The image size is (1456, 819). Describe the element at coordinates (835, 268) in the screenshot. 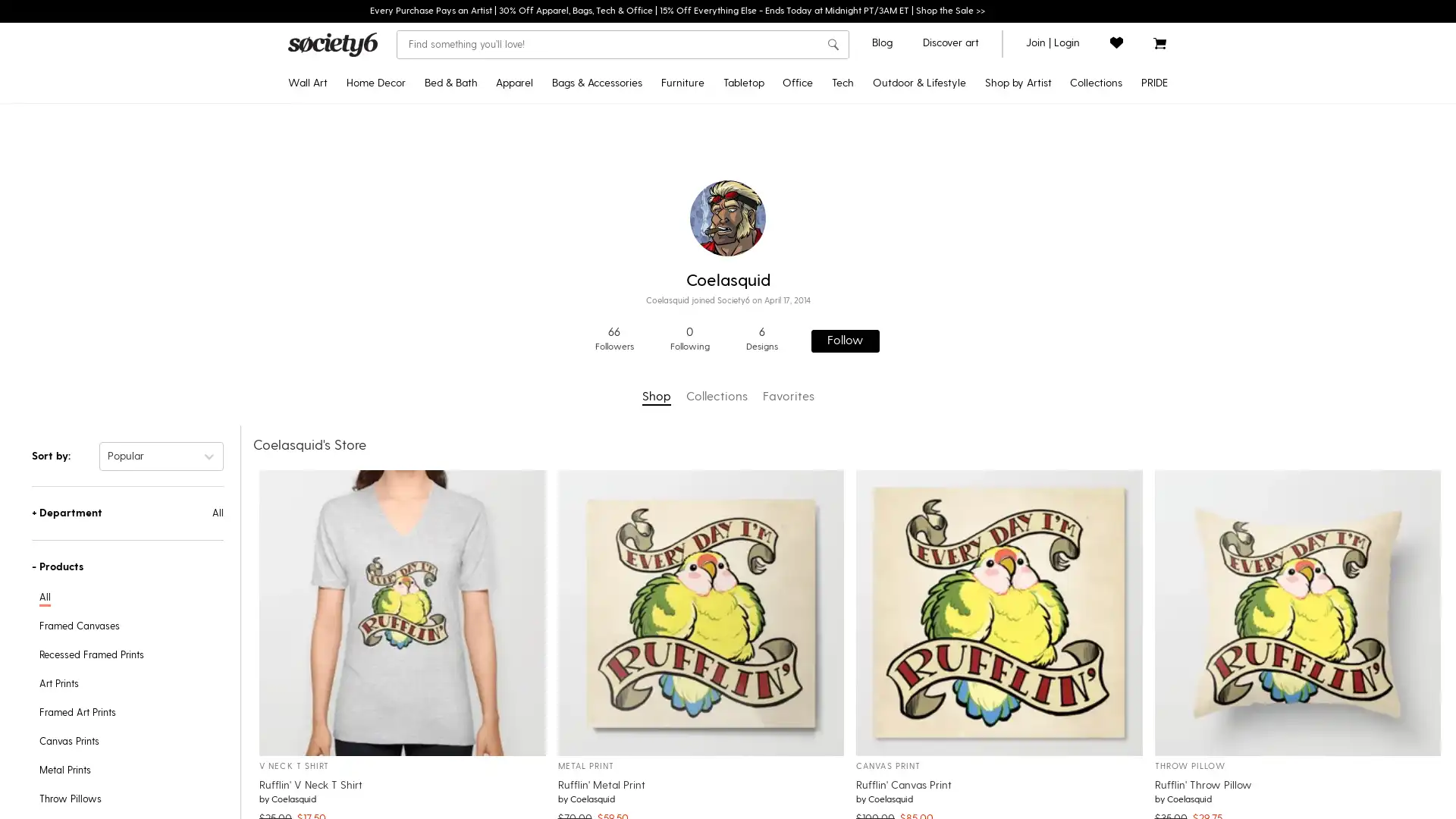

I see `Pencil Cases` at that location.